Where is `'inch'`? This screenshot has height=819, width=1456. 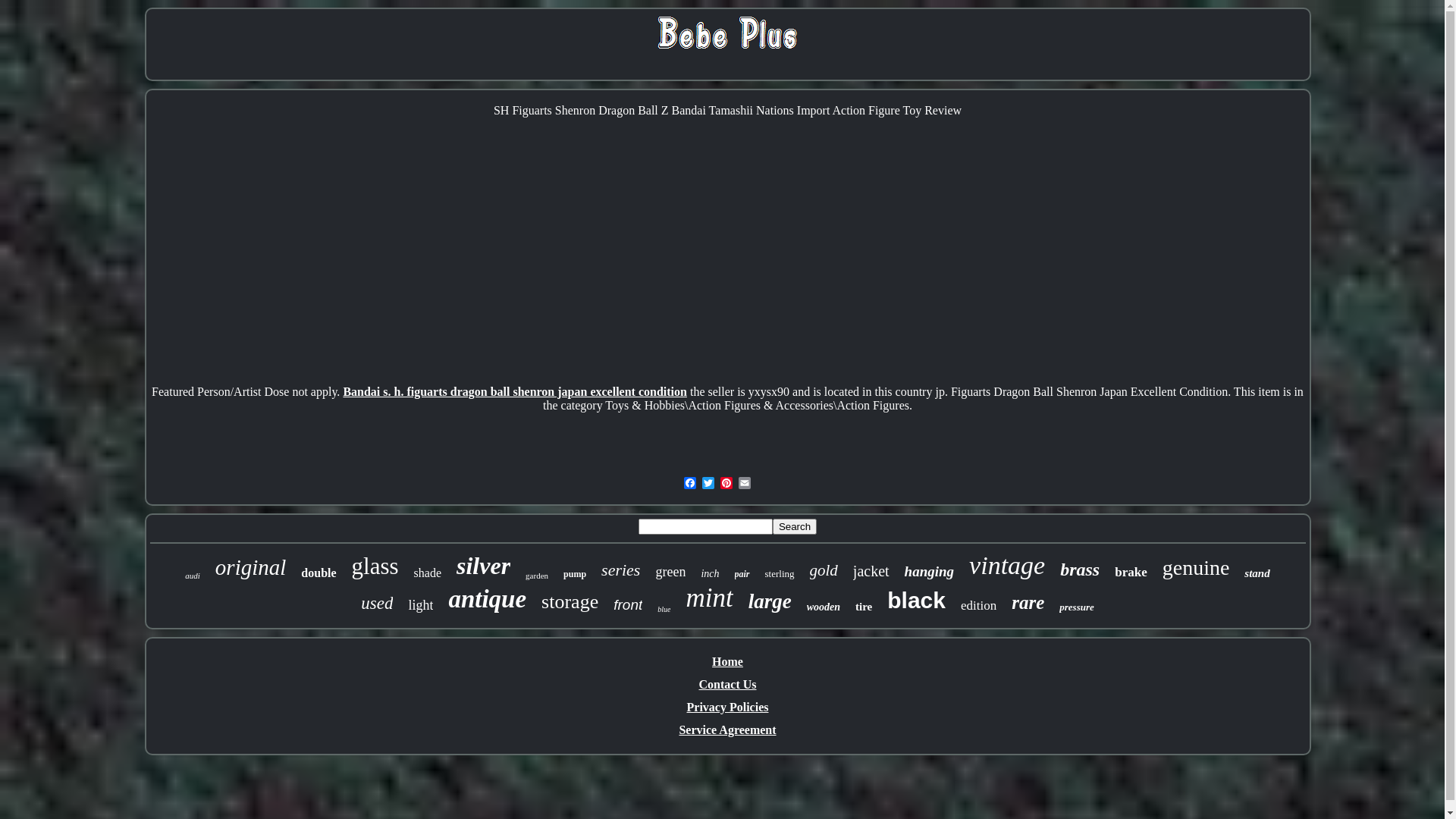 'inch' is located at coordinates (709, 573).